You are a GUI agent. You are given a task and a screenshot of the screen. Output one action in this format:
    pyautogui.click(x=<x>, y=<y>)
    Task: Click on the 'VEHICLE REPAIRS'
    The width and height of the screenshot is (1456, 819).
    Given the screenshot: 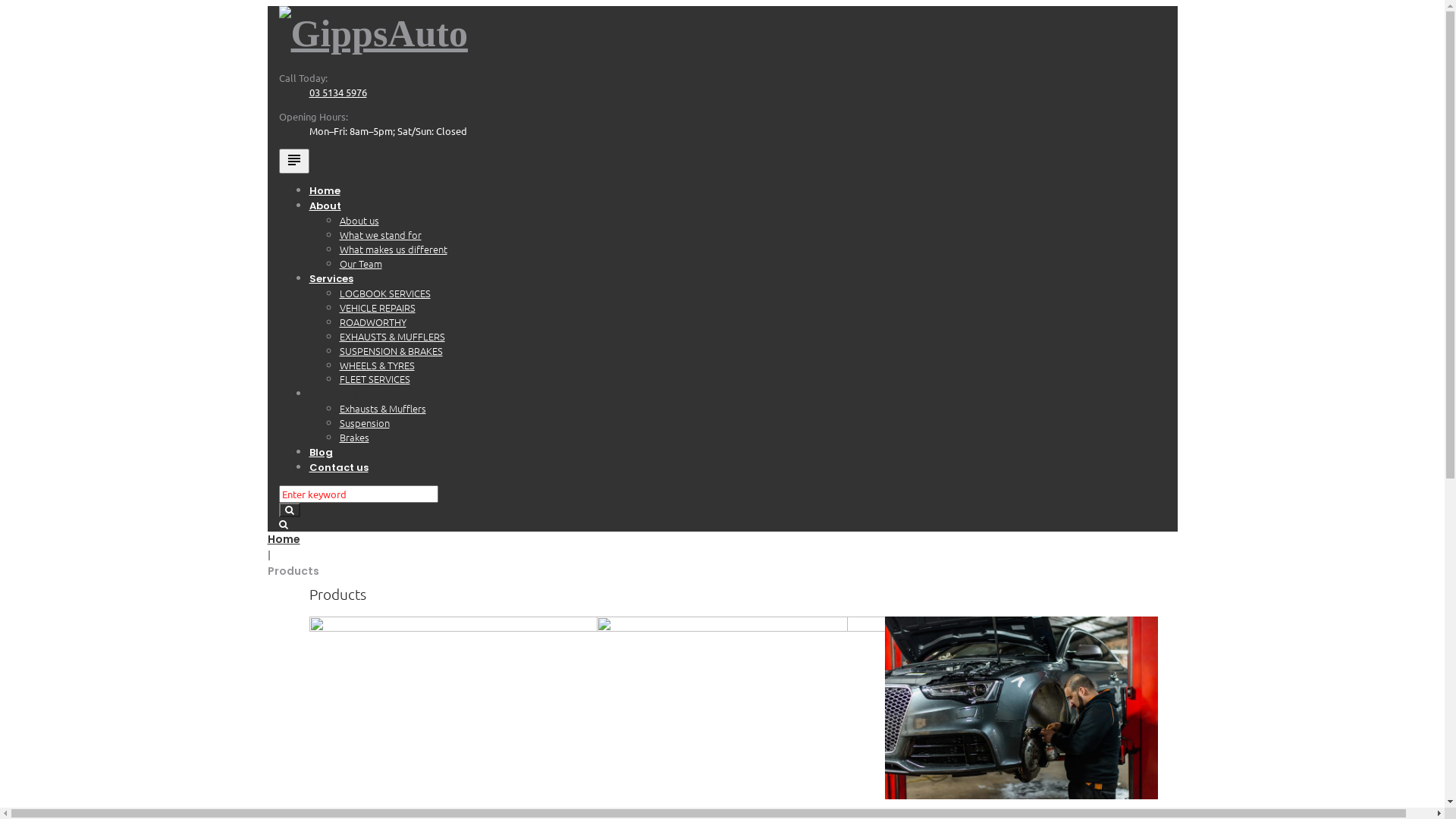 What is the action you would take?
    pyautogui.click(x=378, y=307)
    